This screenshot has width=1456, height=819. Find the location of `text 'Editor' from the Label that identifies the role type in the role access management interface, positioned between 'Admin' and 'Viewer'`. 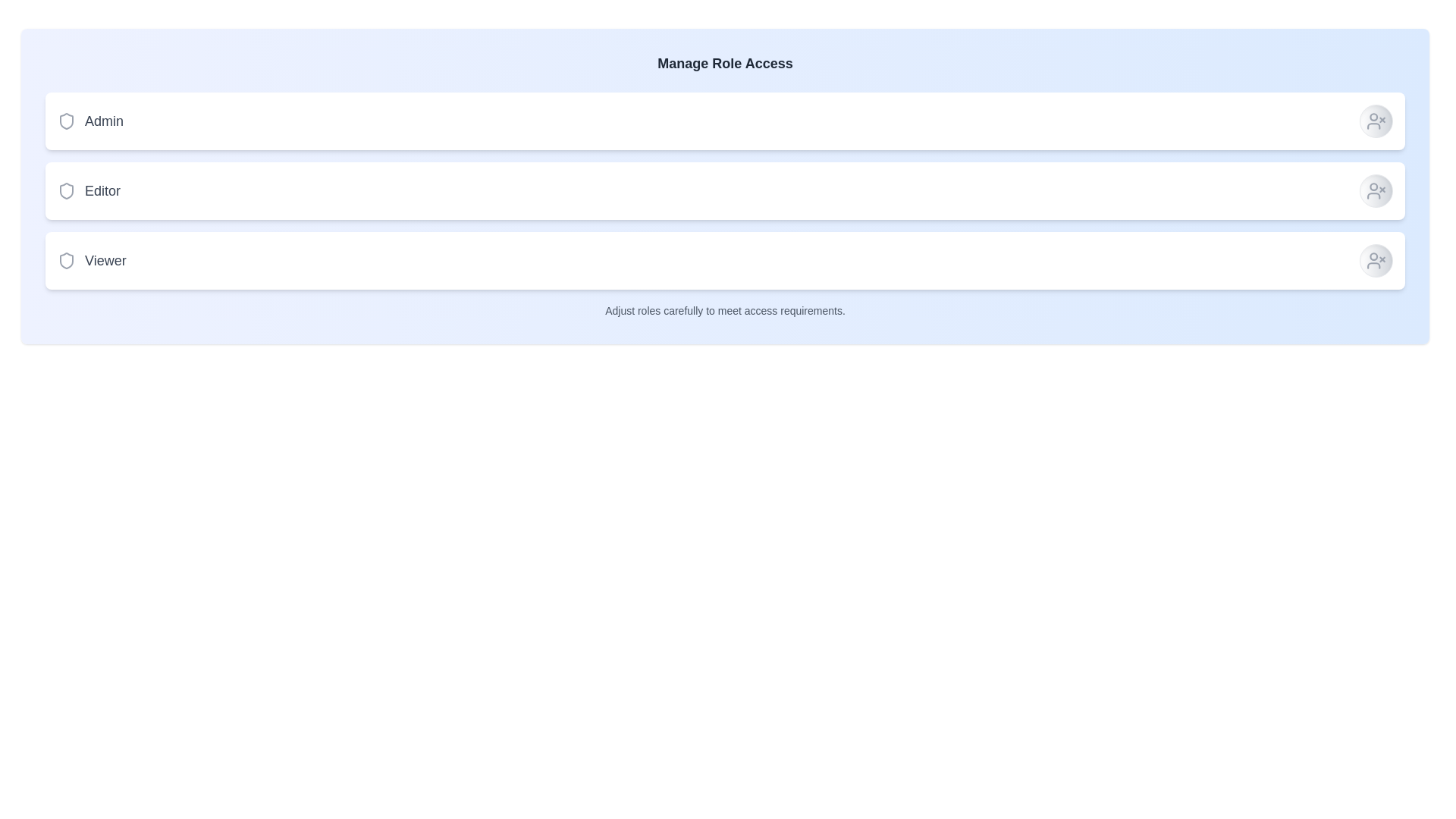

text 'Editor' from the Label that identifies the role type in the role access management interface, positioned between 'Admin' and 'Viewer' is located at coordinates (102, 190).